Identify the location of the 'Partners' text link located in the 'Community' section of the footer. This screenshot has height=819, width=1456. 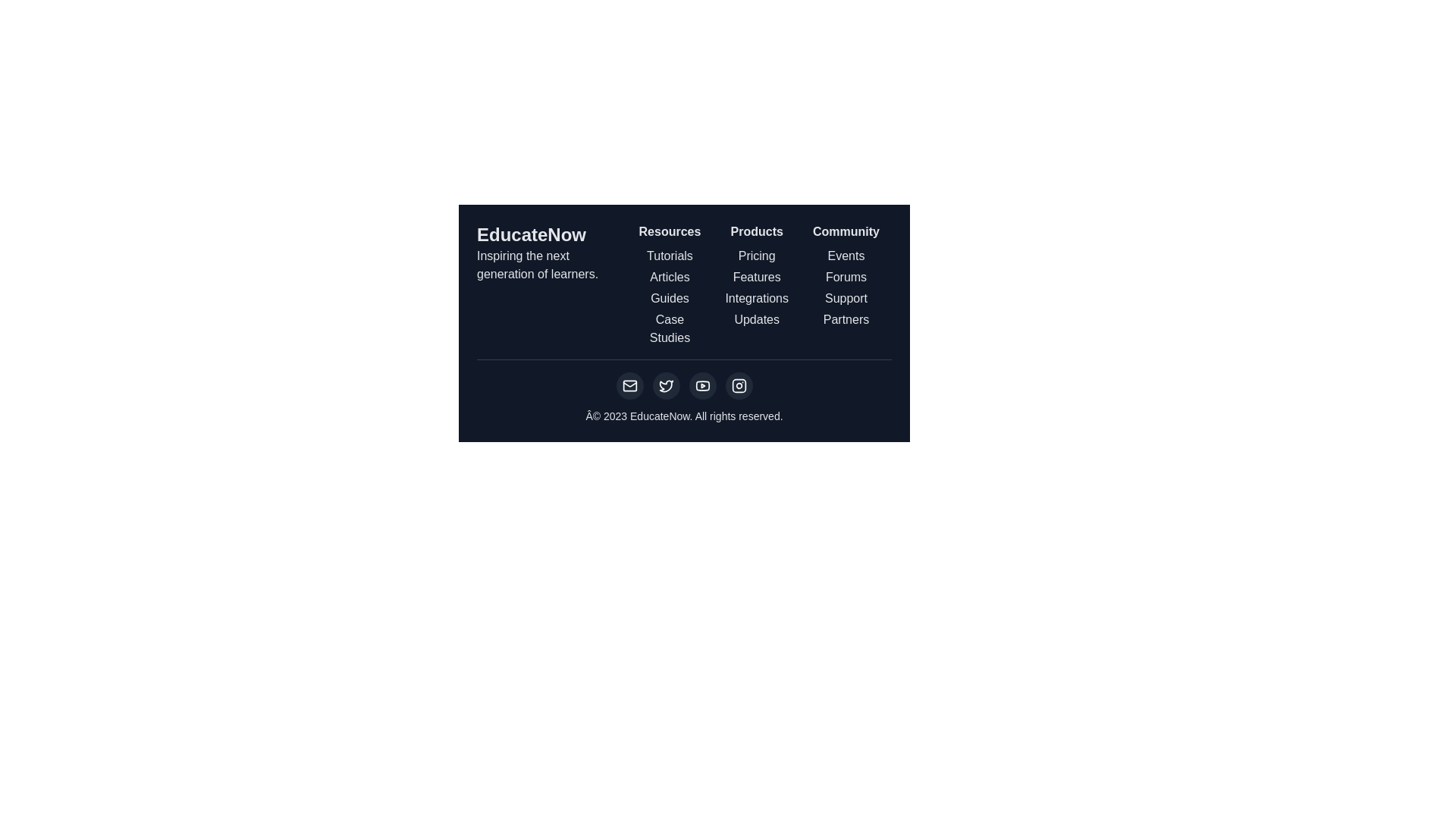
(846, 318).